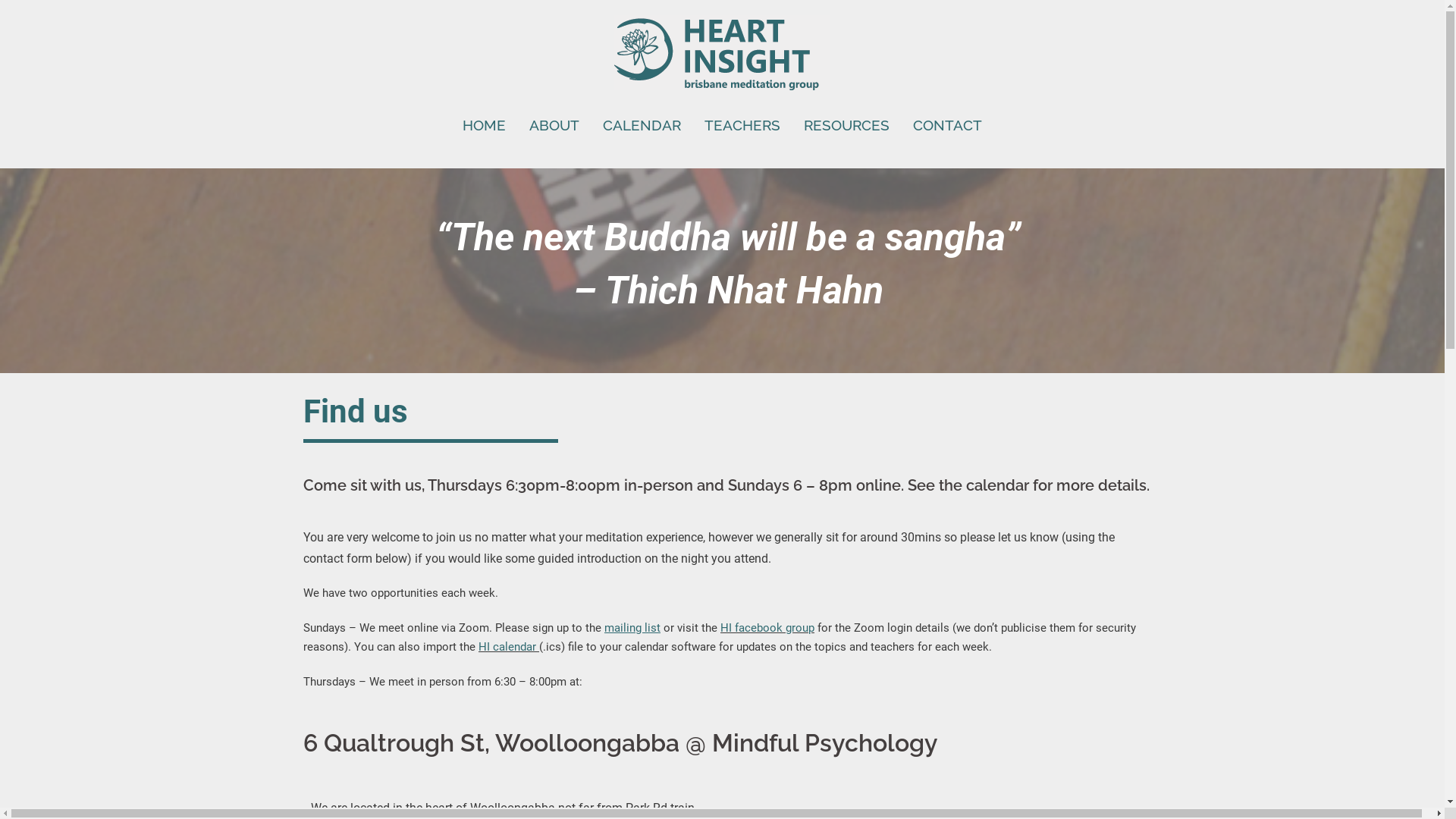 Image resolution: width=1456 pixels, height=819 pixels. I want to click on 'HOME', so click(483, 124).